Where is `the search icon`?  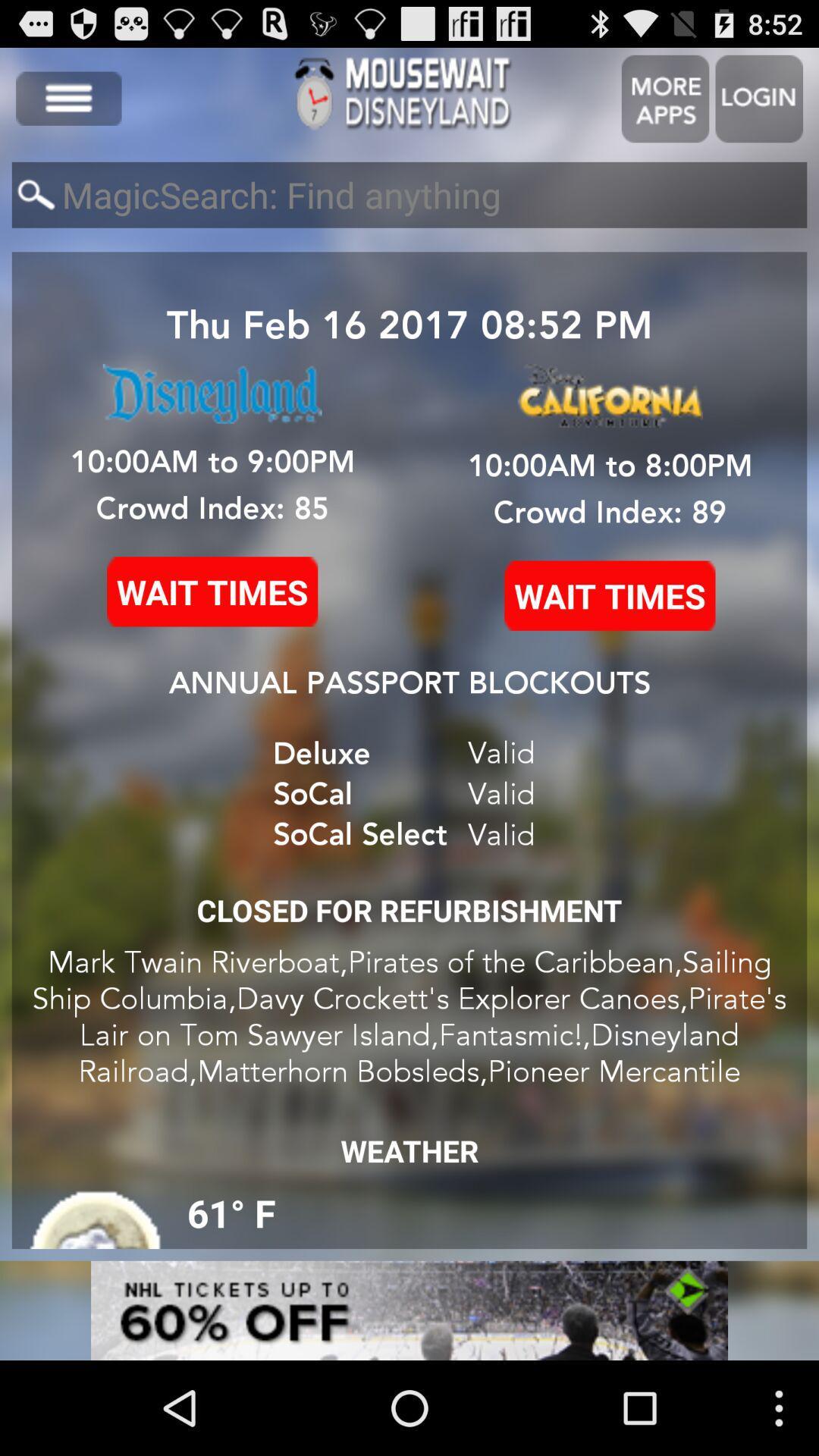
the search icon is located at coordinates (35, 208).